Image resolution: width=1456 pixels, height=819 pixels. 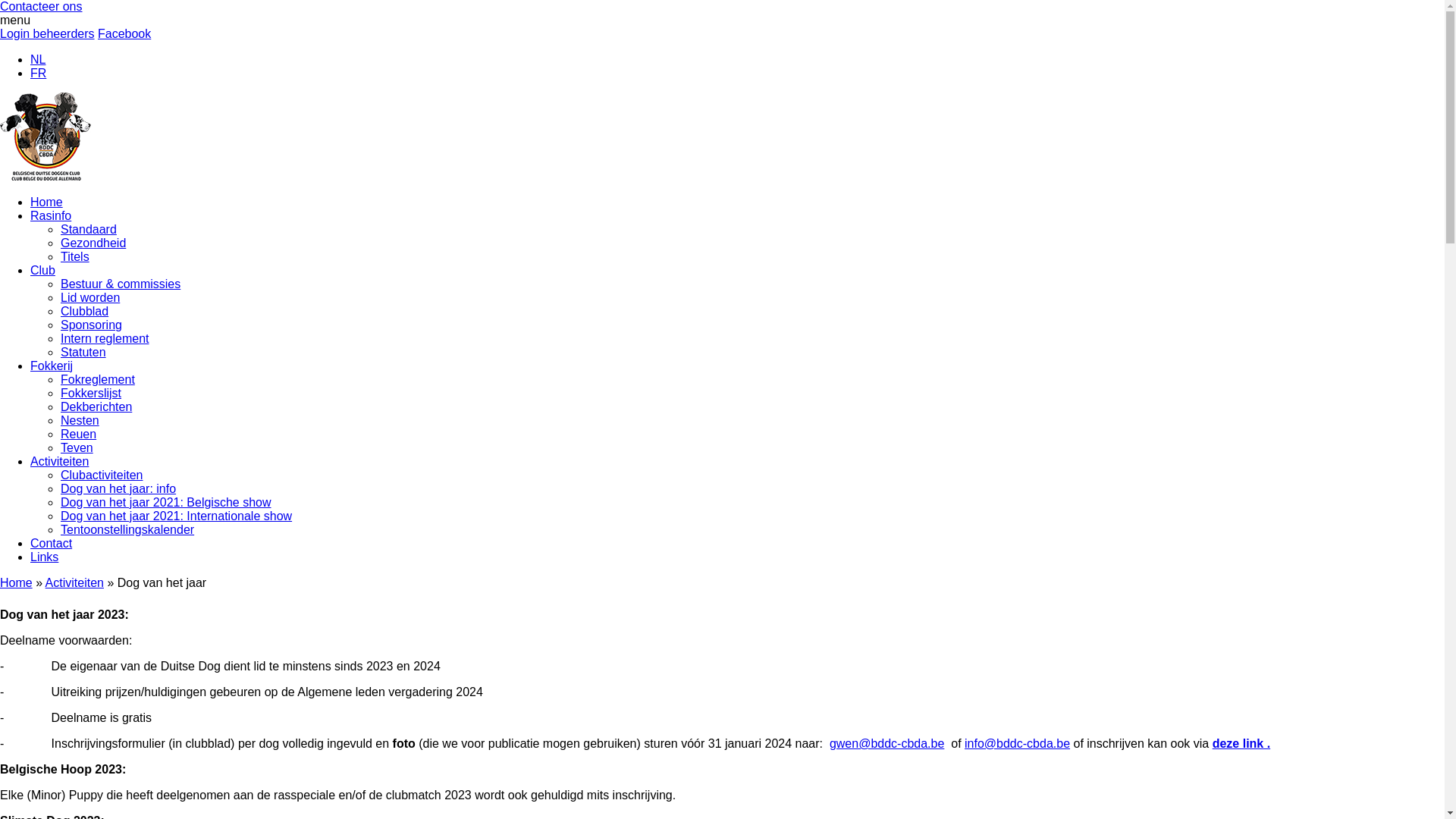 I want to click on 'Contact', so click(x=51, y=542).